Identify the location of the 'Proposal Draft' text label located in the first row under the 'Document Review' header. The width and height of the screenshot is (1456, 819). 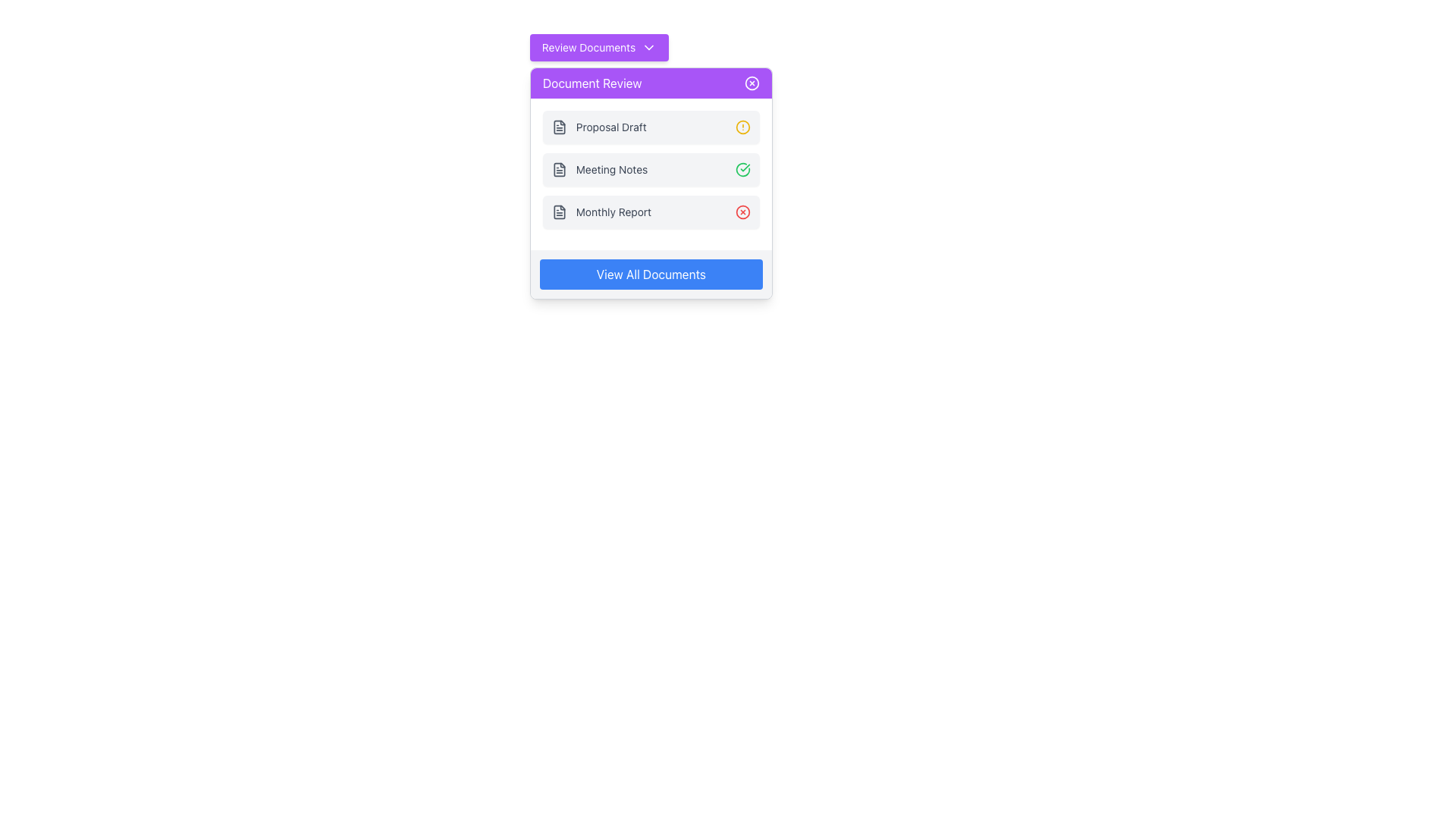
(611, 127).